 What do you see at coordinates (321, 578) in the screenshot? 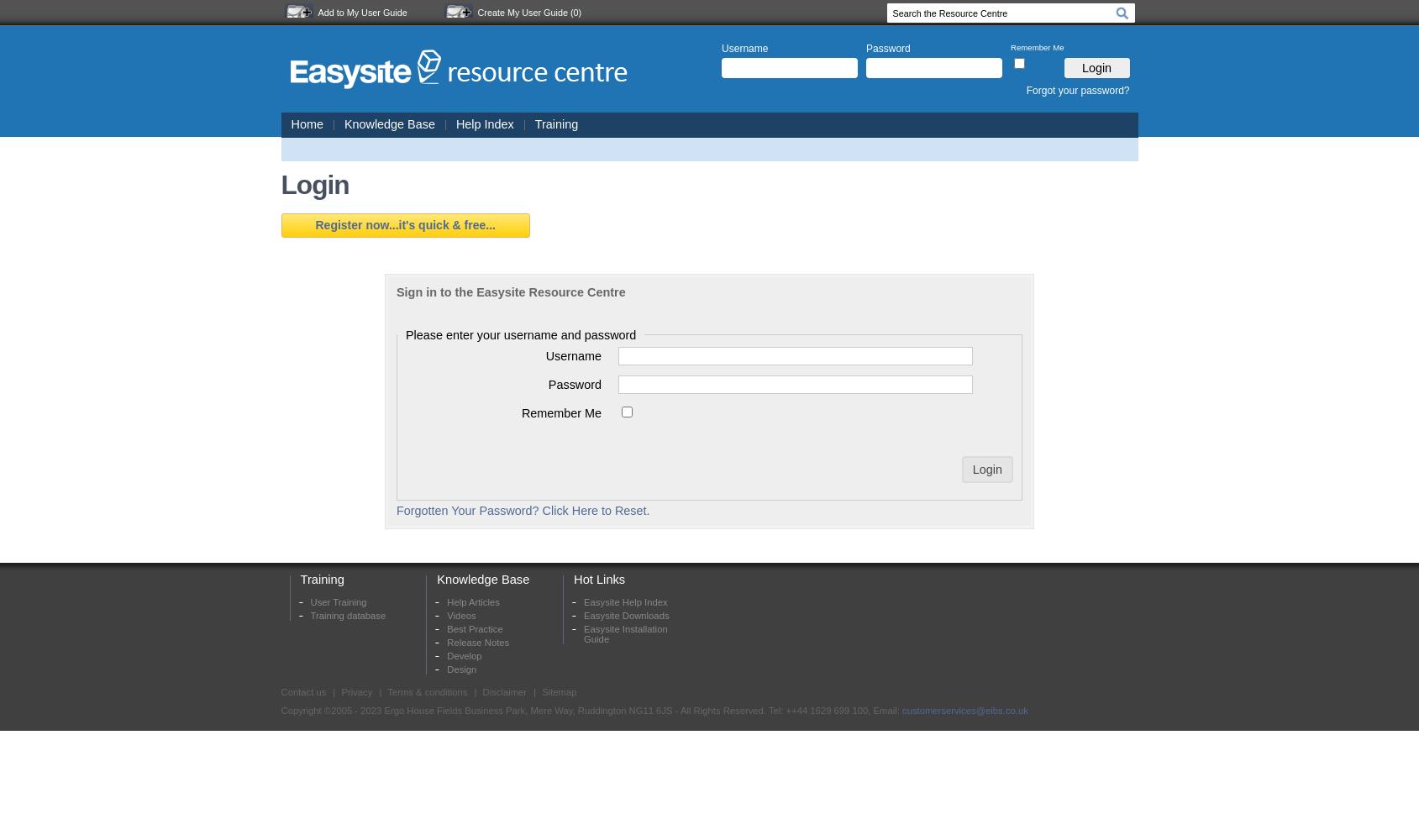
I see `'Training'` at bounding box center [321, 578].